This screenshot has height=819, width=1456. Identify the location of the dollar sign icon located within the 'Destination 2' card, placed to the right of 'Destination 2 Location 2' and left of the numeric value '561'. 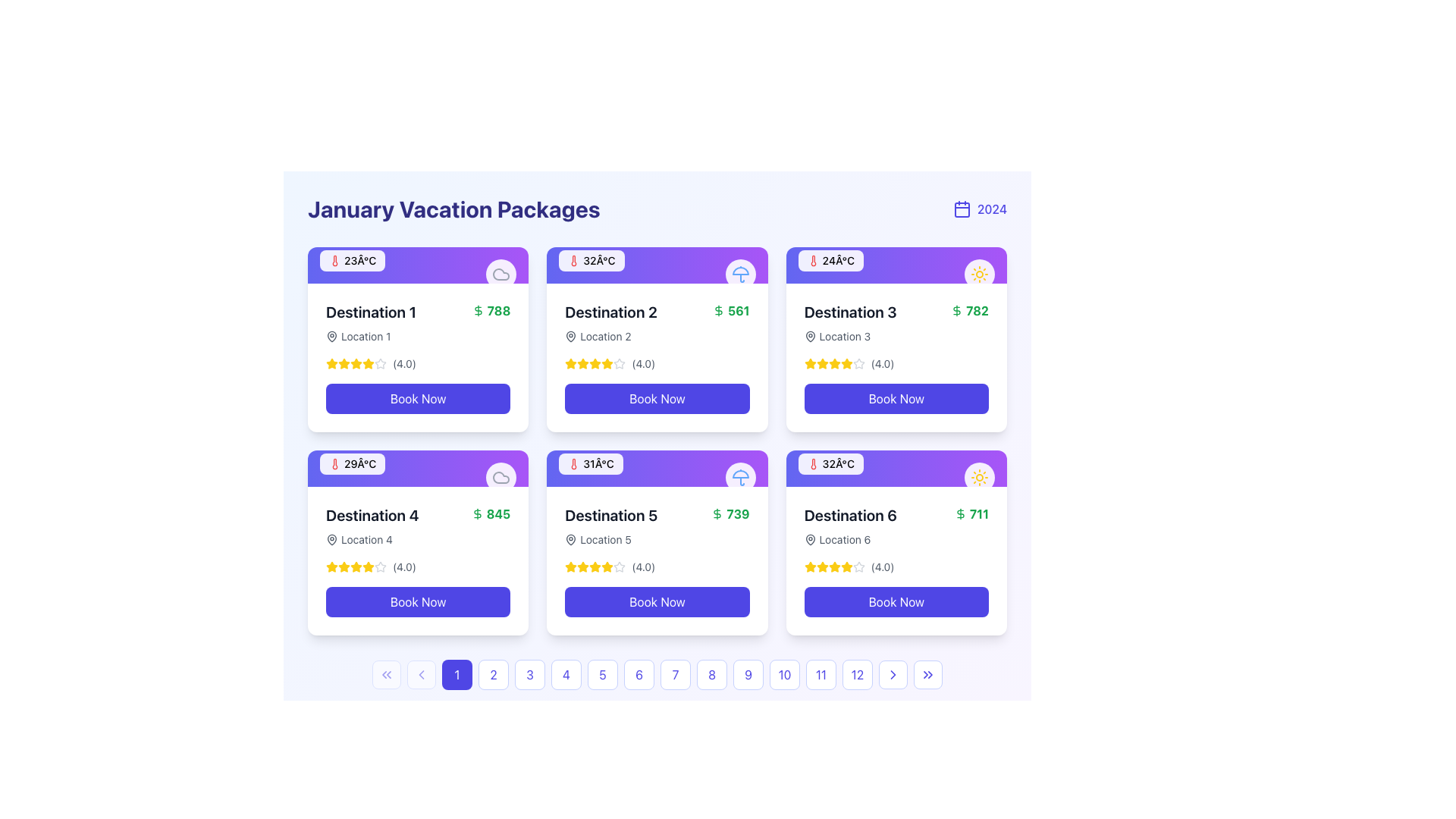
(717, 309).